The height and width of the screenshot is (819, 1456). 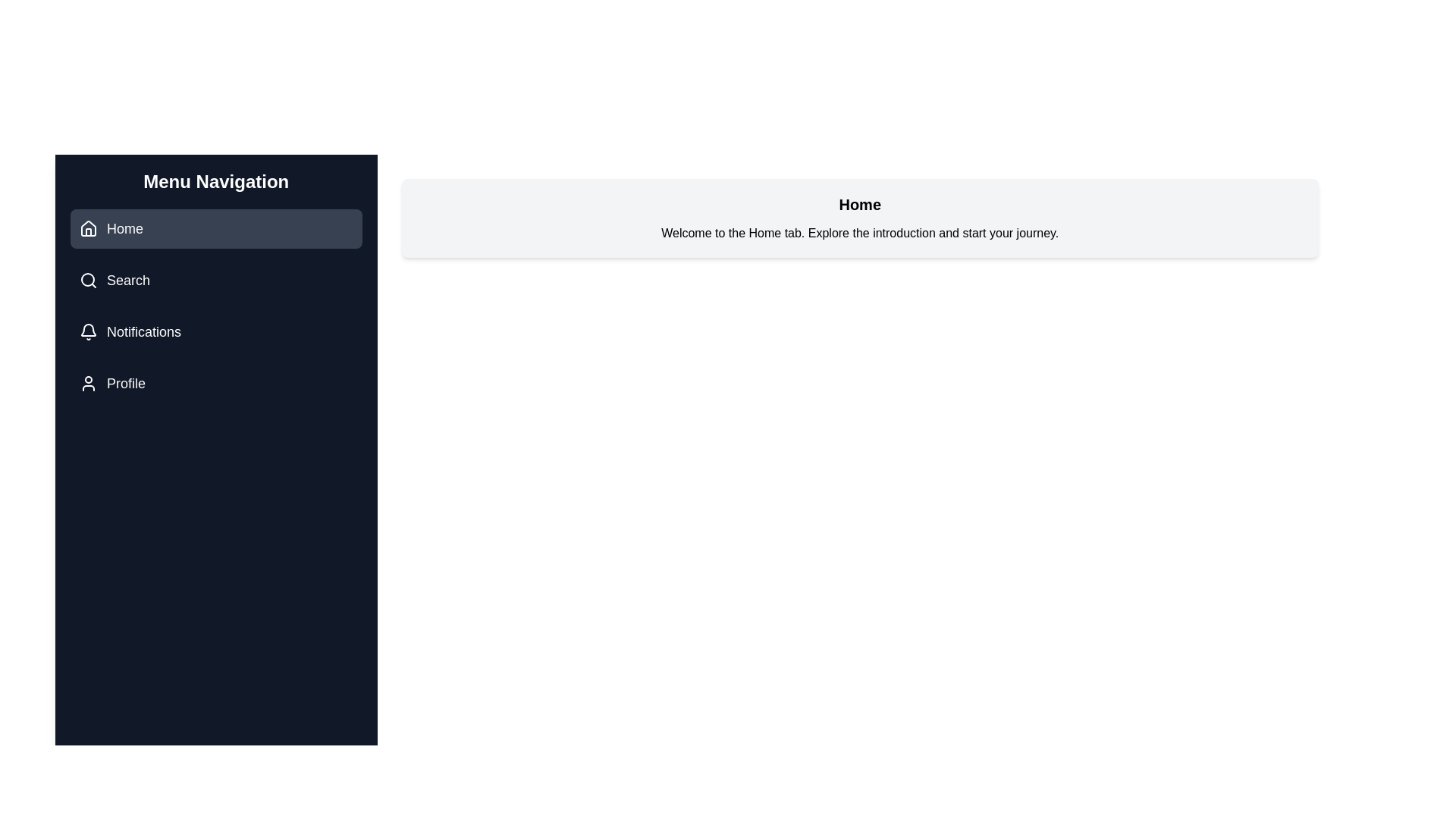 I want to click on the 'Home' tab in the navigation menu, so click(x=215, y=228).